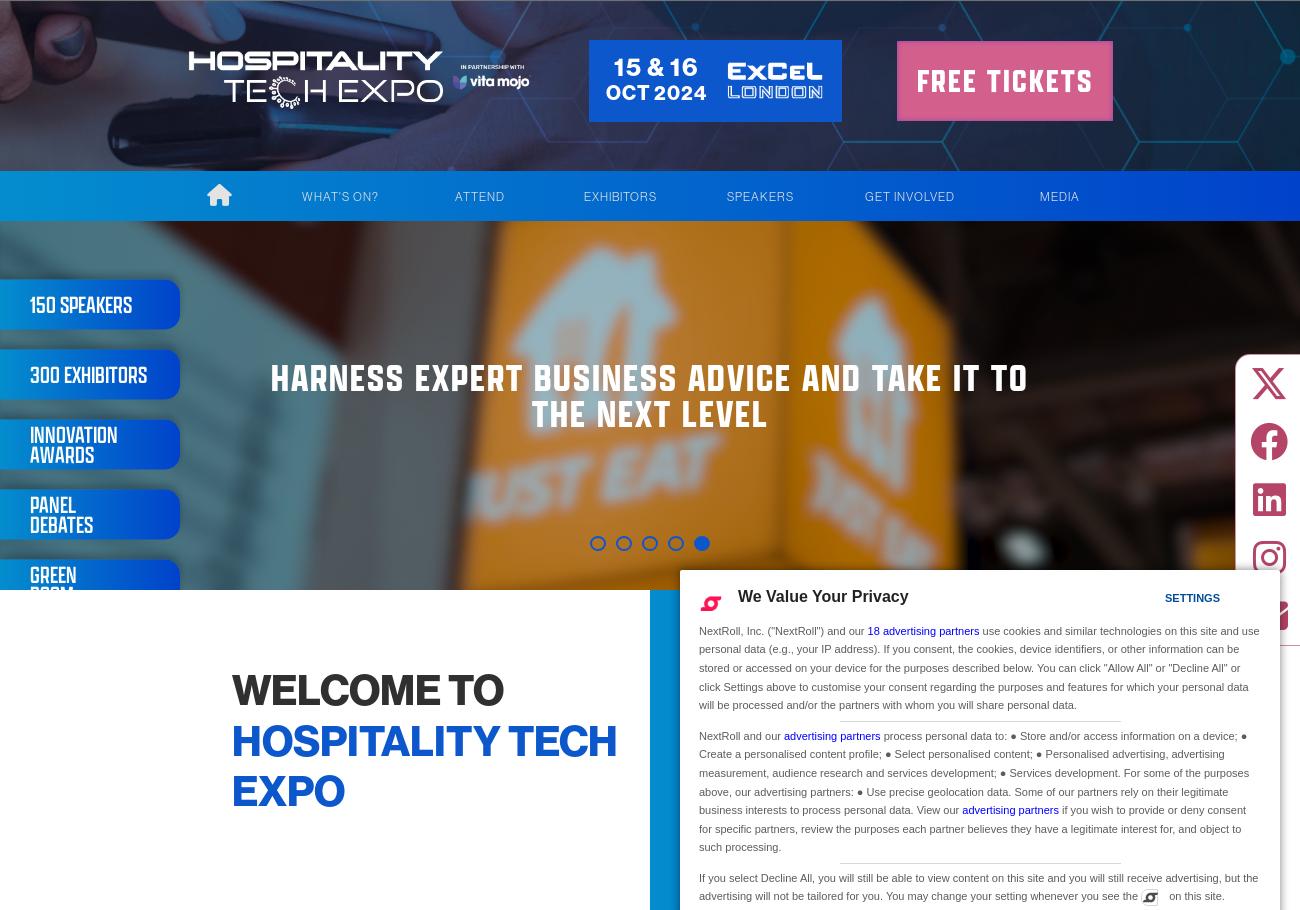 The height and width of the screenshot is (910, 1300). Describe the element at coordinates (1048, 281) in the screenshot. I see `'Show Gallery'` at that location.